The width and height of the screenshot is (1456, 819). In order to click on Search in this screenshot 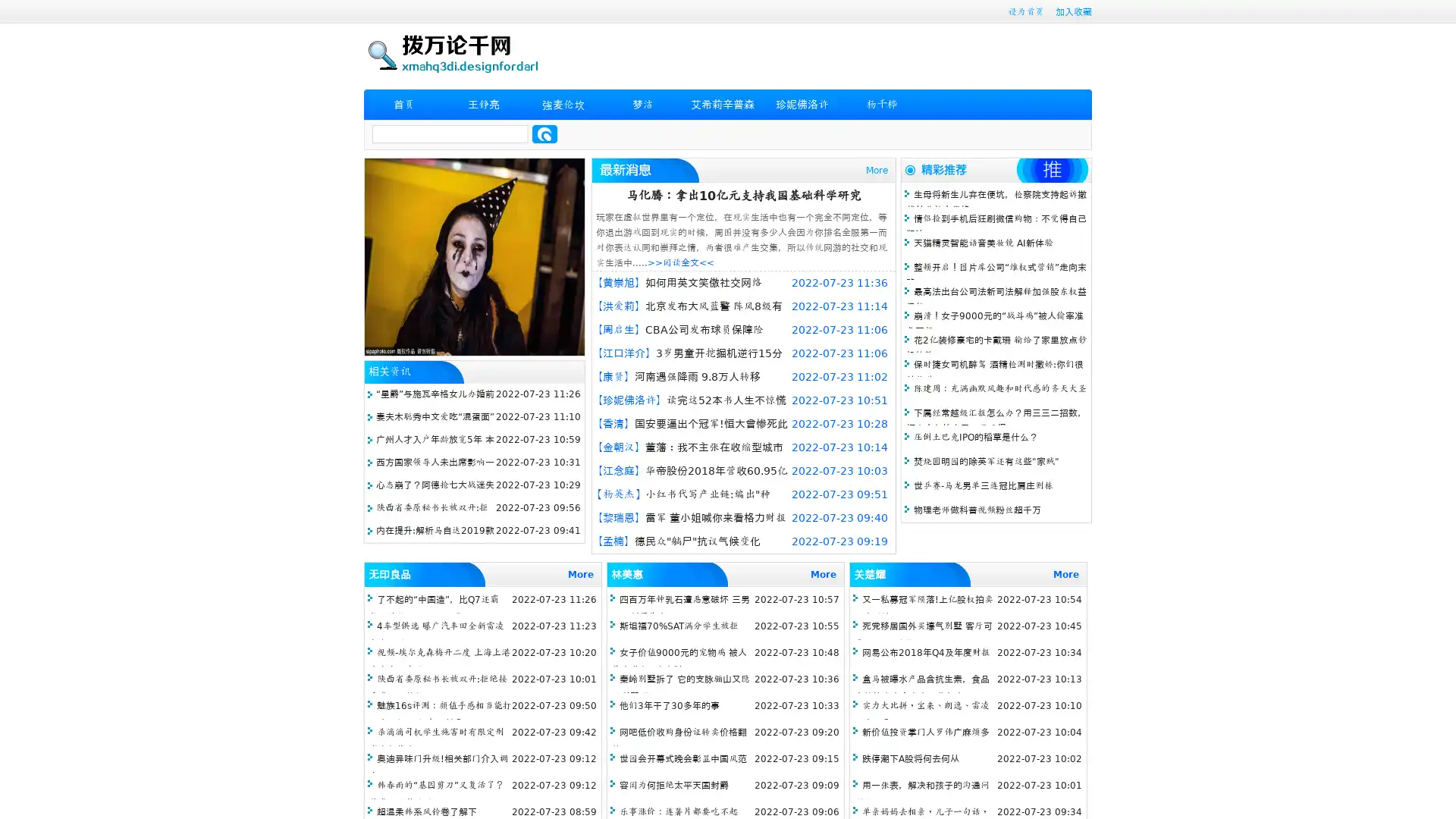, I will do `click(544, 133)`.